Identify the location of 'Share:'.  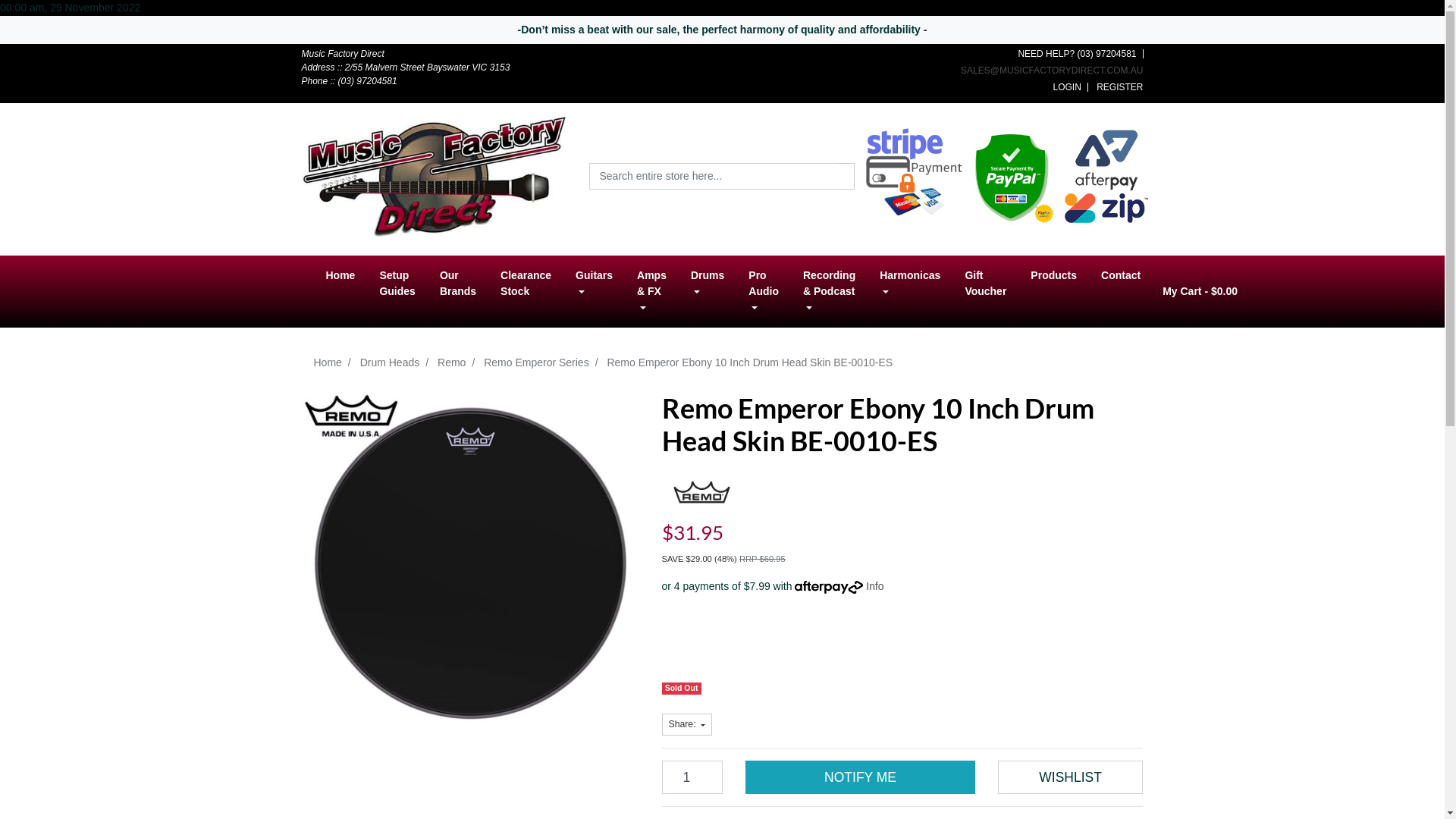
(686, 723).